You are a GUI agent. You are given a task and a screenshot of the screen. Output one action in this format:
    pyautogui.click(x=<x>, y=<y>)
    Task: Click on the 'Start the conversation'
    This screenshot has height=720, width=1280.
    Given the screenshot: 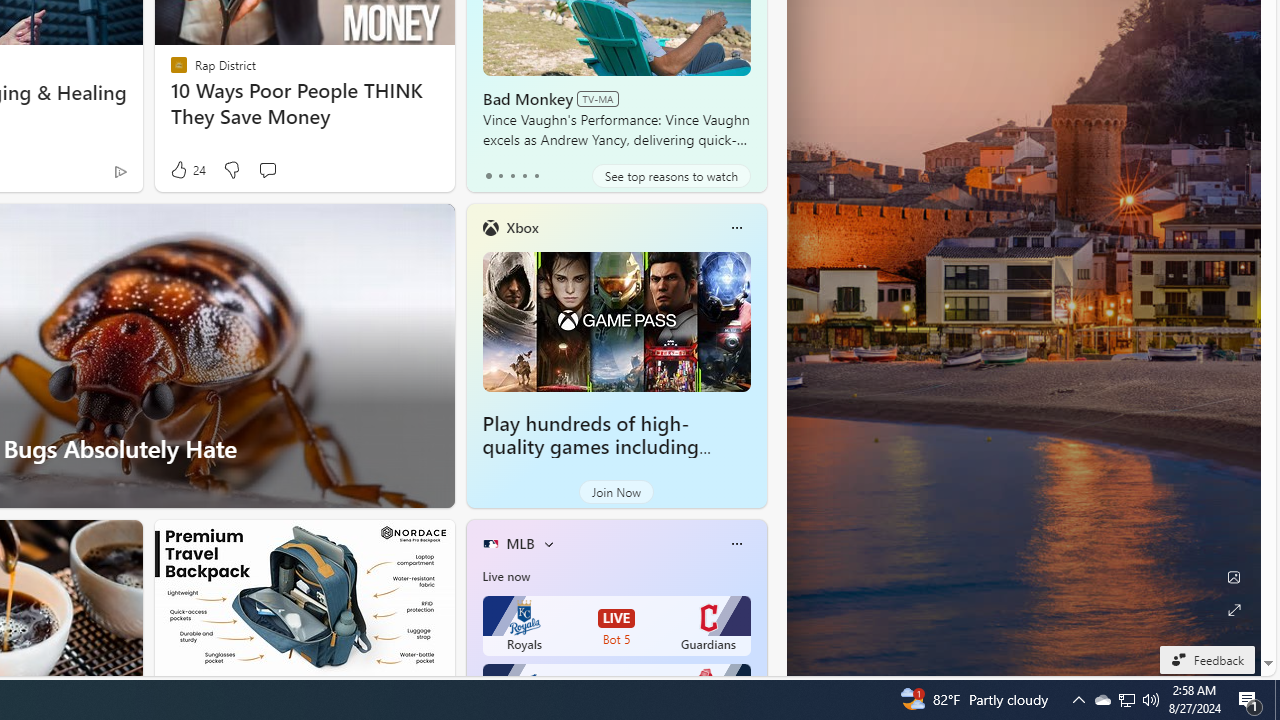 What is the action you would take?
    pyautogui.click(x=266, y=168)
    